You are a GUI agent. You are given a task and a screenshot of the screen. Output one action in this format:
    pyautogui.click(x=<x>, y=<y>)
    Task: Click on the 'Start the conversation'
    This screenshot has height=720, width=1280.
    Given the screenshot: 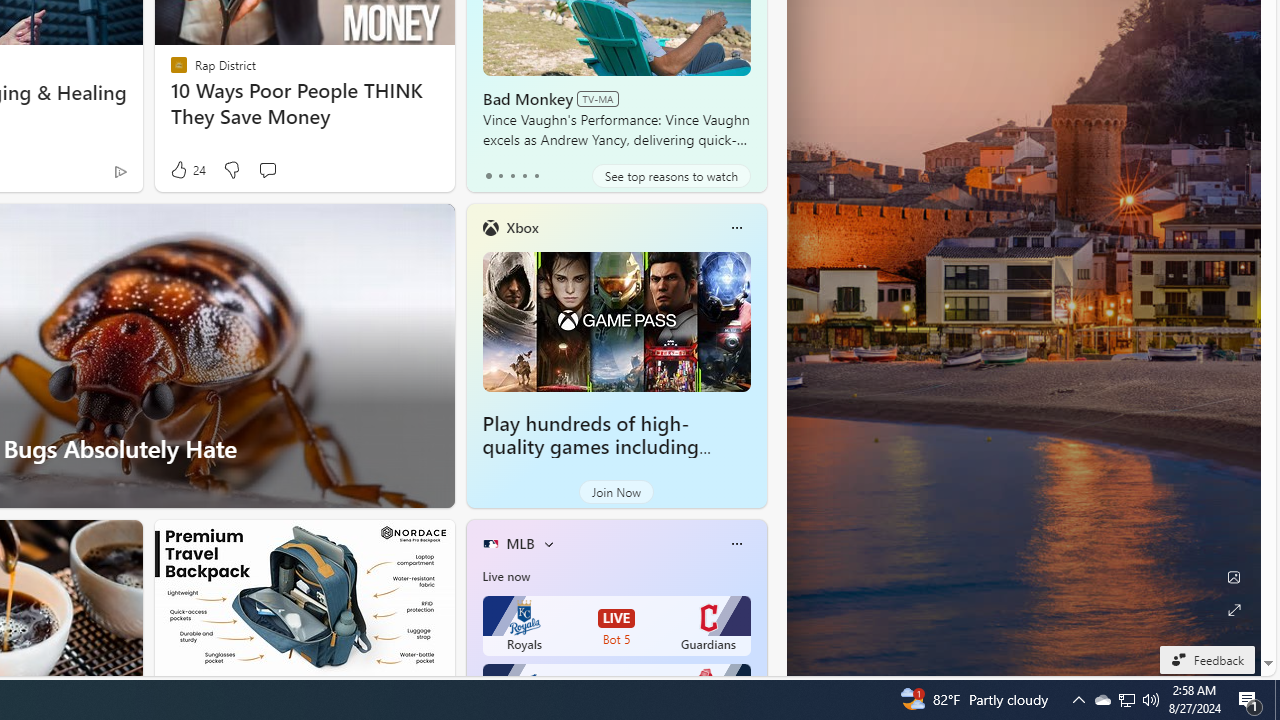 What is the action you would take?
    pyautogui.click(x=266, y=168)
    